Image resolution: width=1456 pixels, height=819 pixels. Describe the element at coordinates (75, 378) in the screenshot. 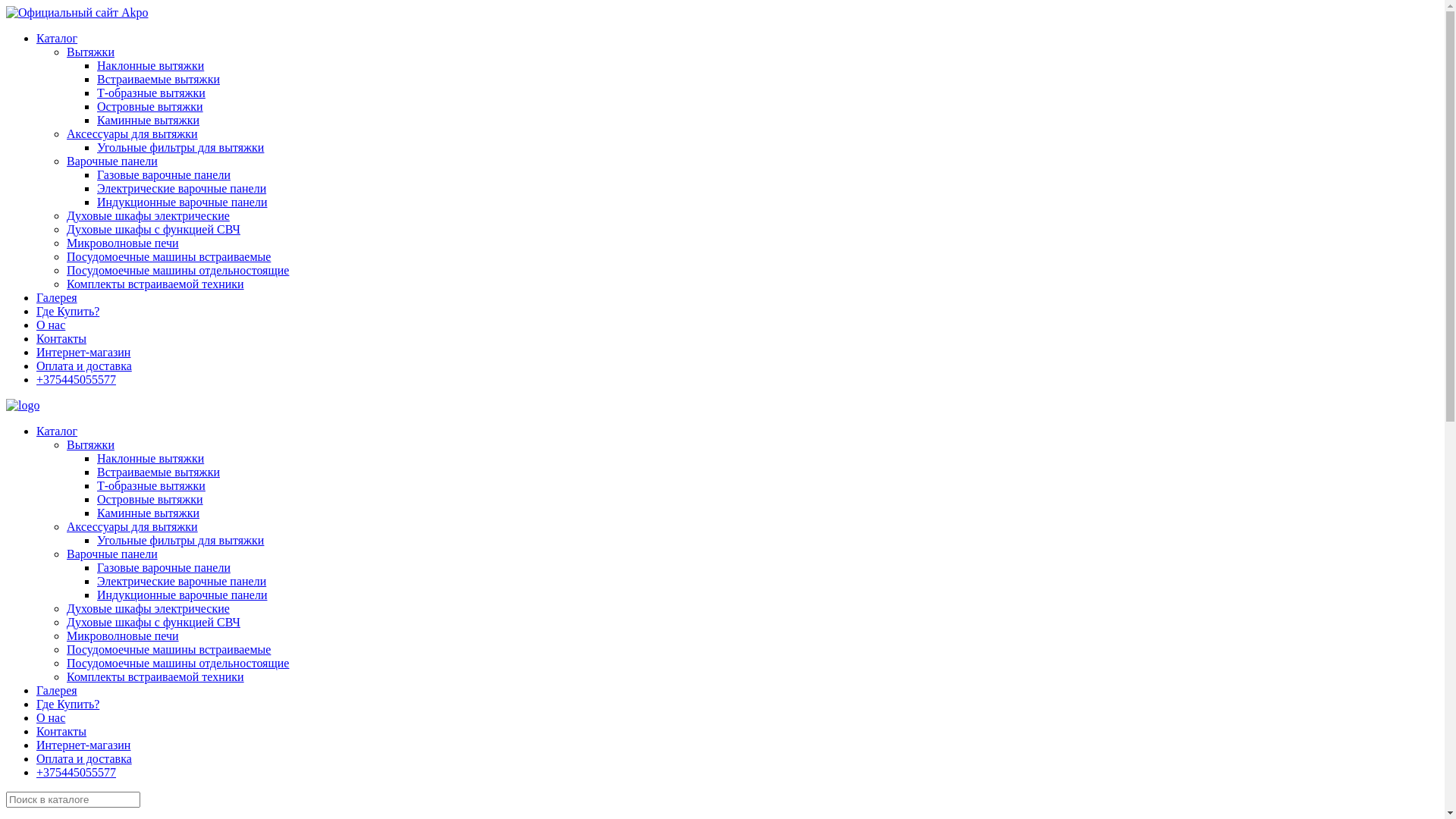

I see `'+375445055577'` at that location.